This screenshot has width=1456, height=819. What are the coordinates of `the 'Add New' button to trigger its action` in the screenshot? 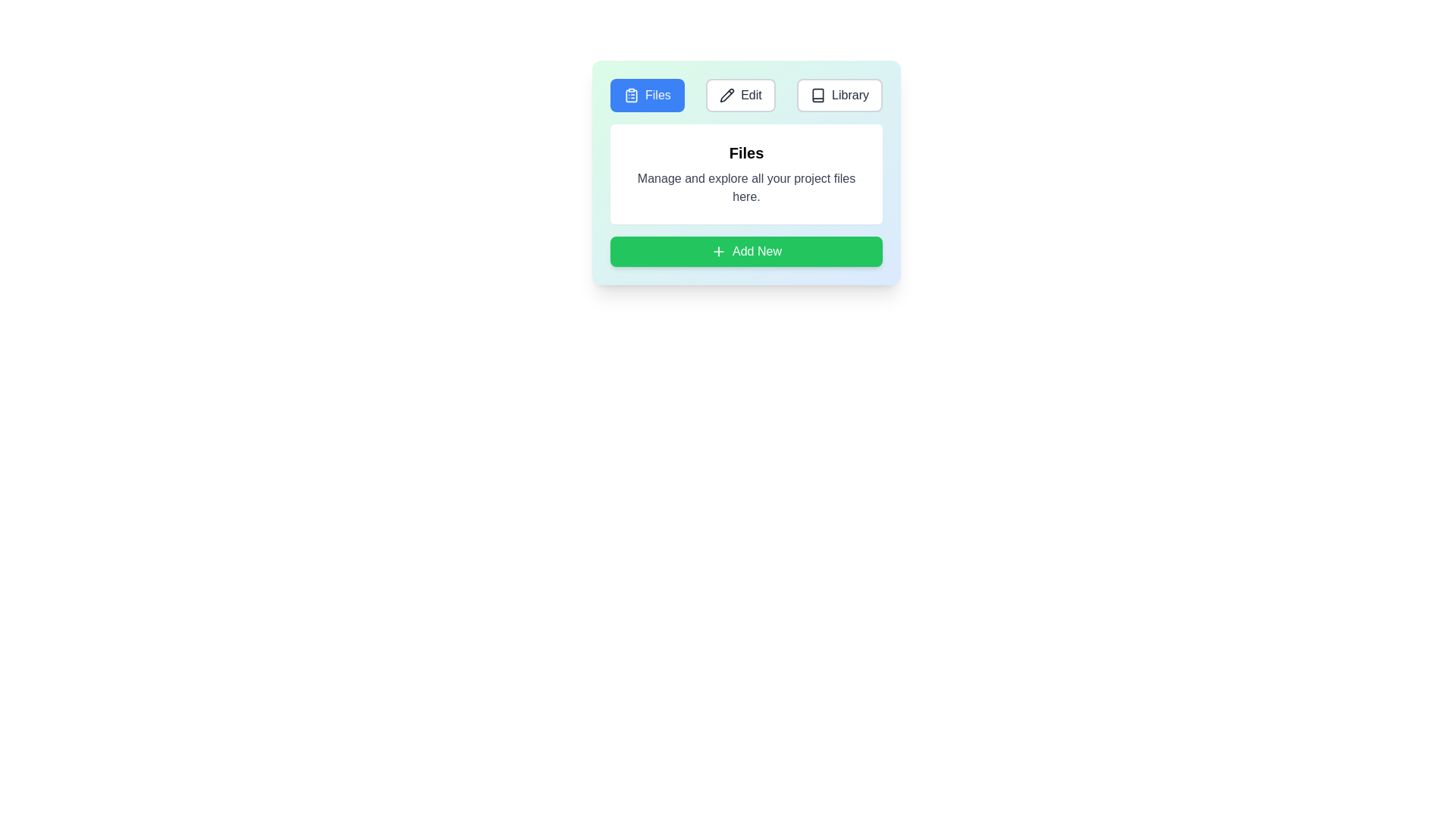 It's located at (746, 250).